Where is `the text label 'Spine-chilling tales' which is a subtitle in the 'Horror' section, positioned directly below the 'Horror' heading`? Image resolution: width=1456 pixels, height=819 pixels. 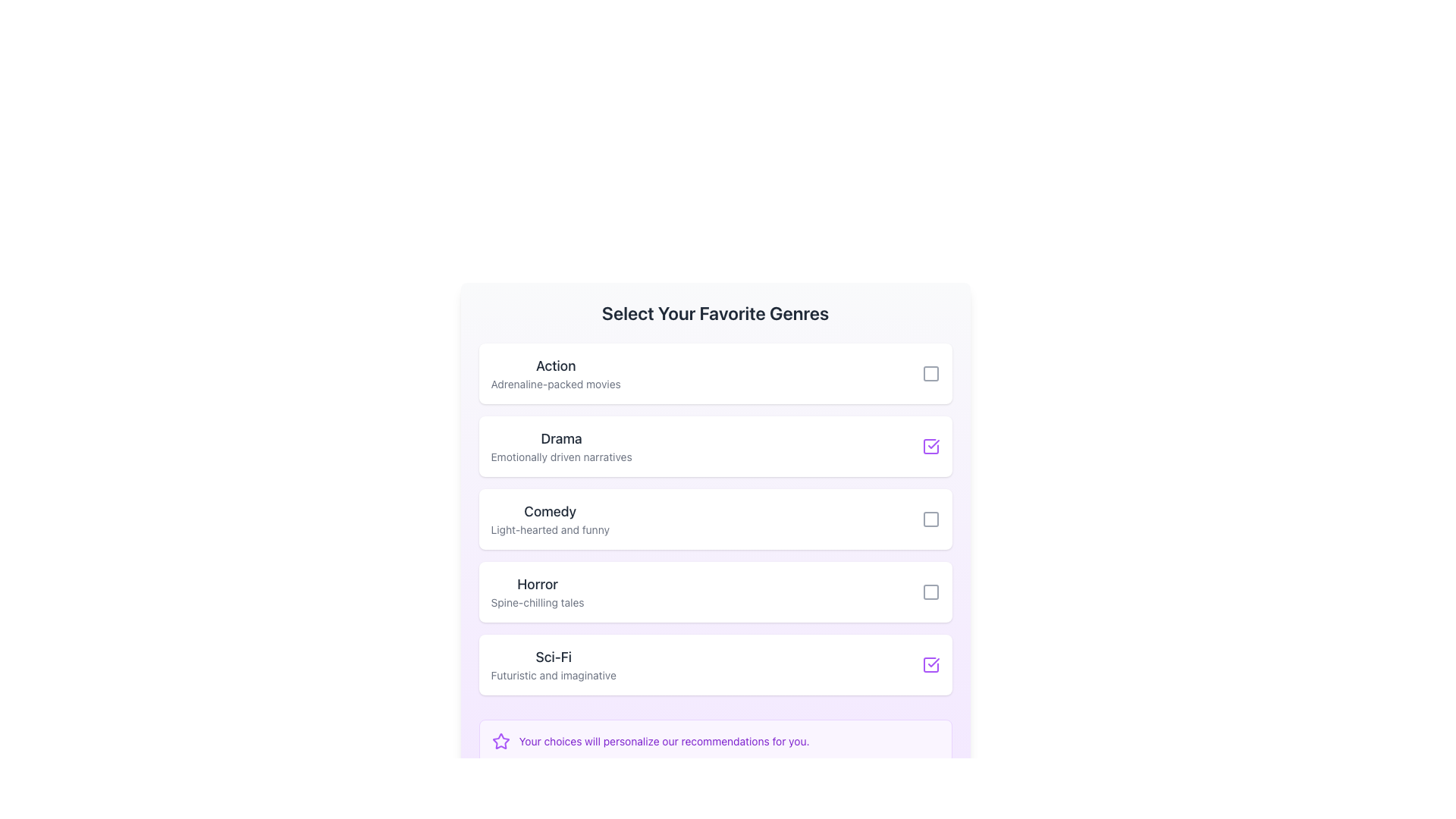 the text label 'Spine-chilling tales' which is a subtitle in the 'Horror' section, positioned directly below the 'Horror' heading is located at coordinates (538, 601).